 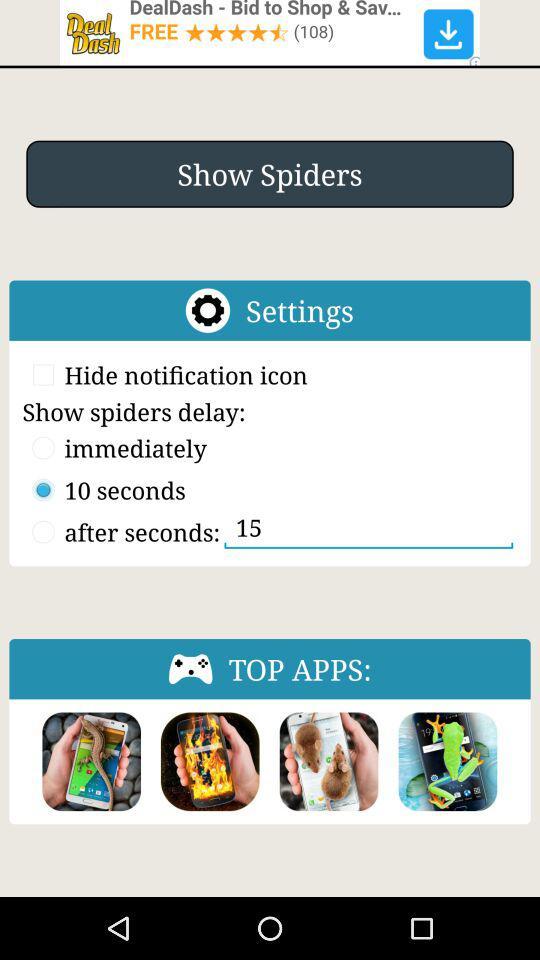 I want to click on app download page, so click(x=329, y=760).